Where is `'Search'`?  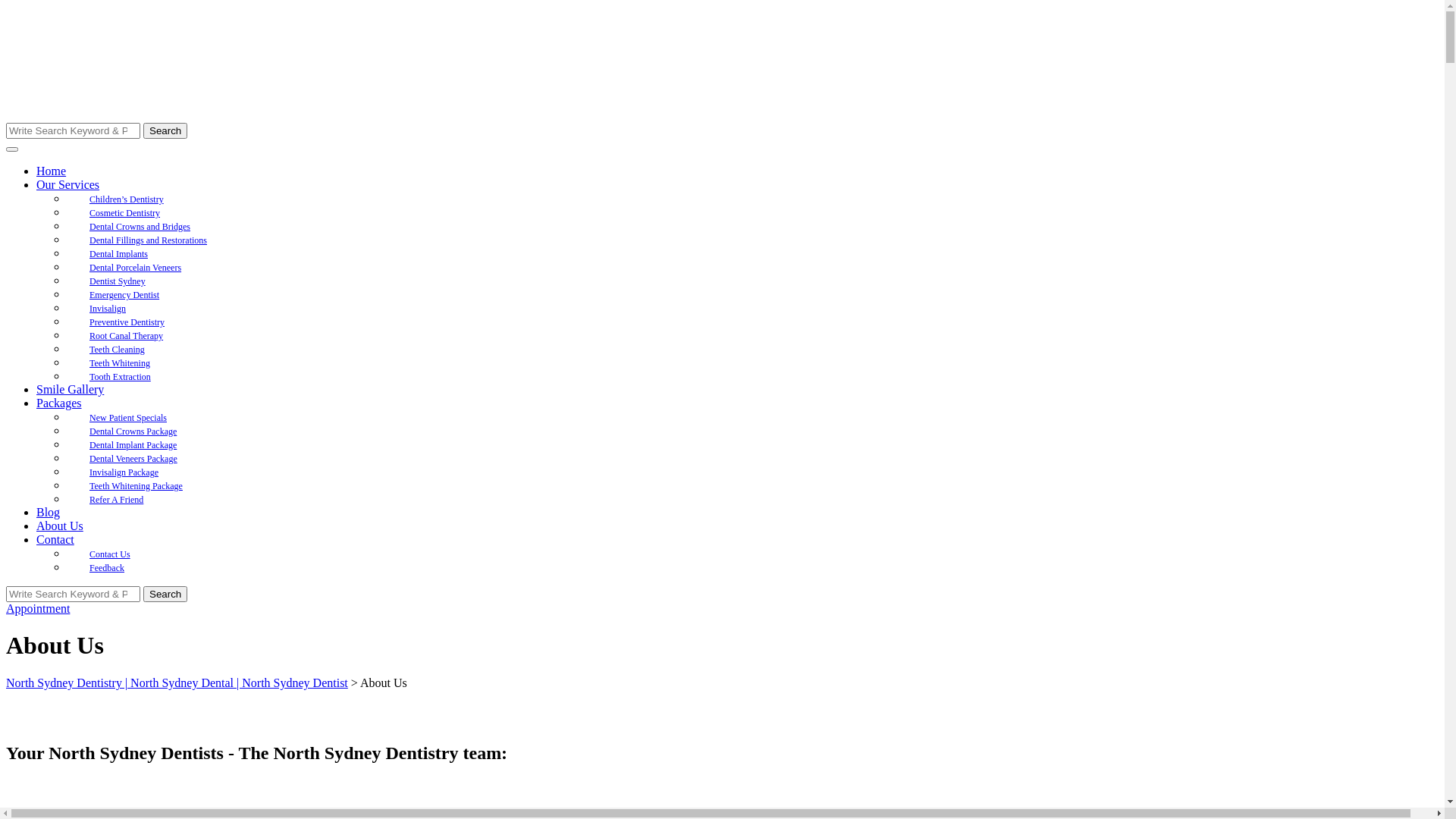 'Search' is located at coordinates (165, 130).